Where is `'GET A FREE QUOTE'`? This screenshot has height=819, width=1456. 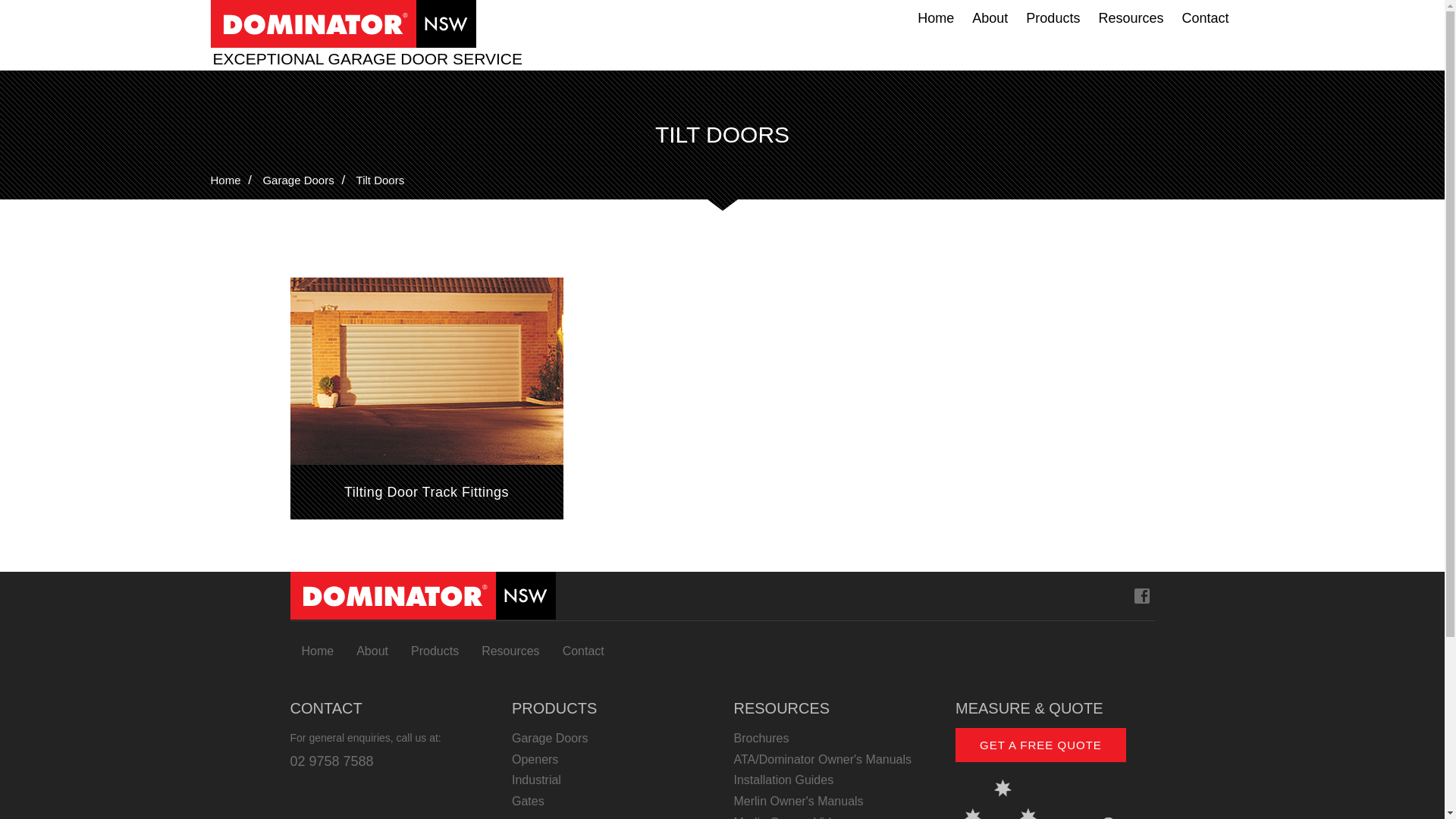 'GET A FREE QUOTE' is located at coordinates (1040, 744).